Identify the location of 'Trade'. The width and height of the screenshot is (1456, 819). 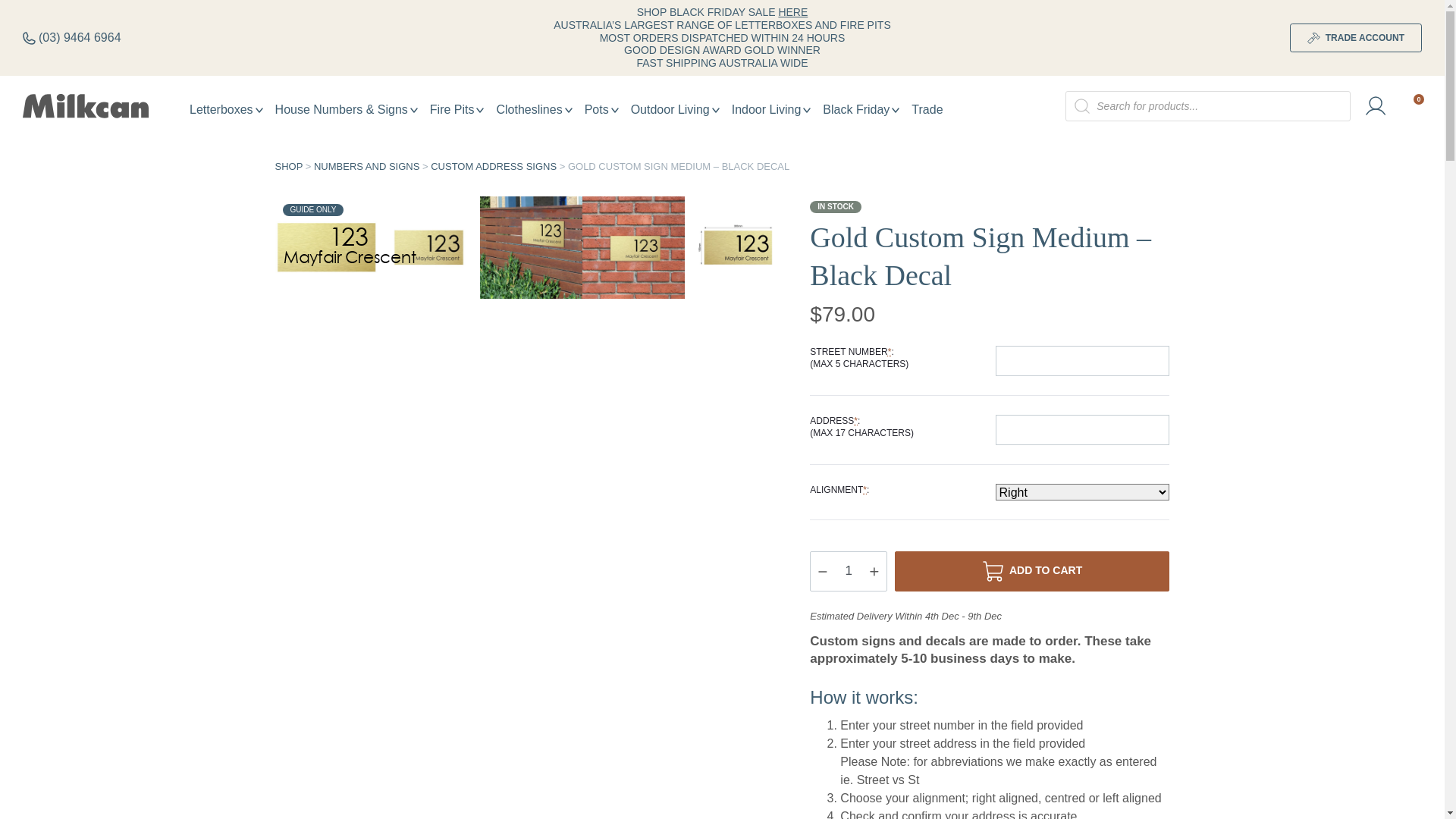
(926, 108).